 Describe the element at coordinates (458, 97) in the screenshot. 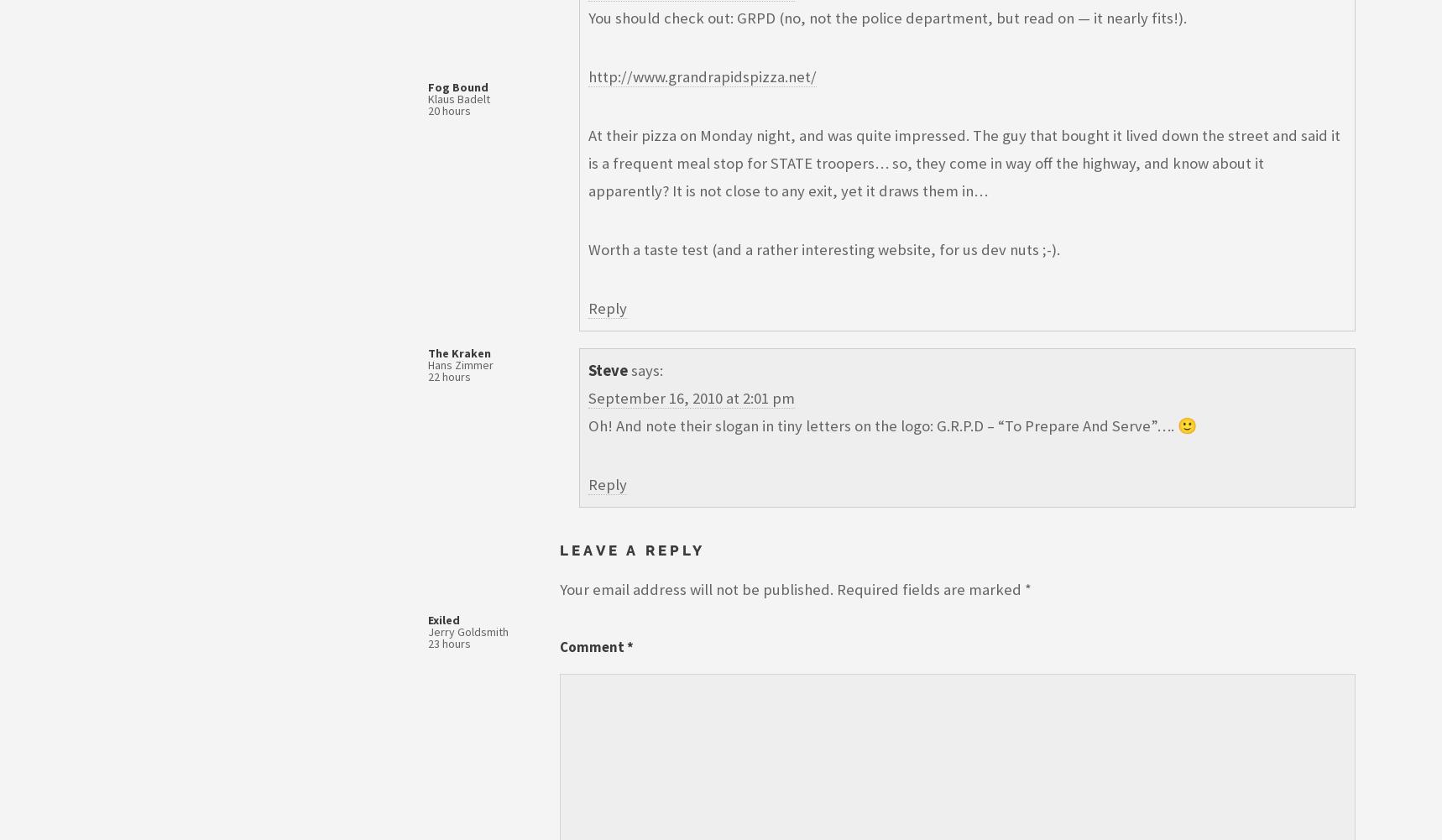

I see `'Klaus Badelt'` at that location.